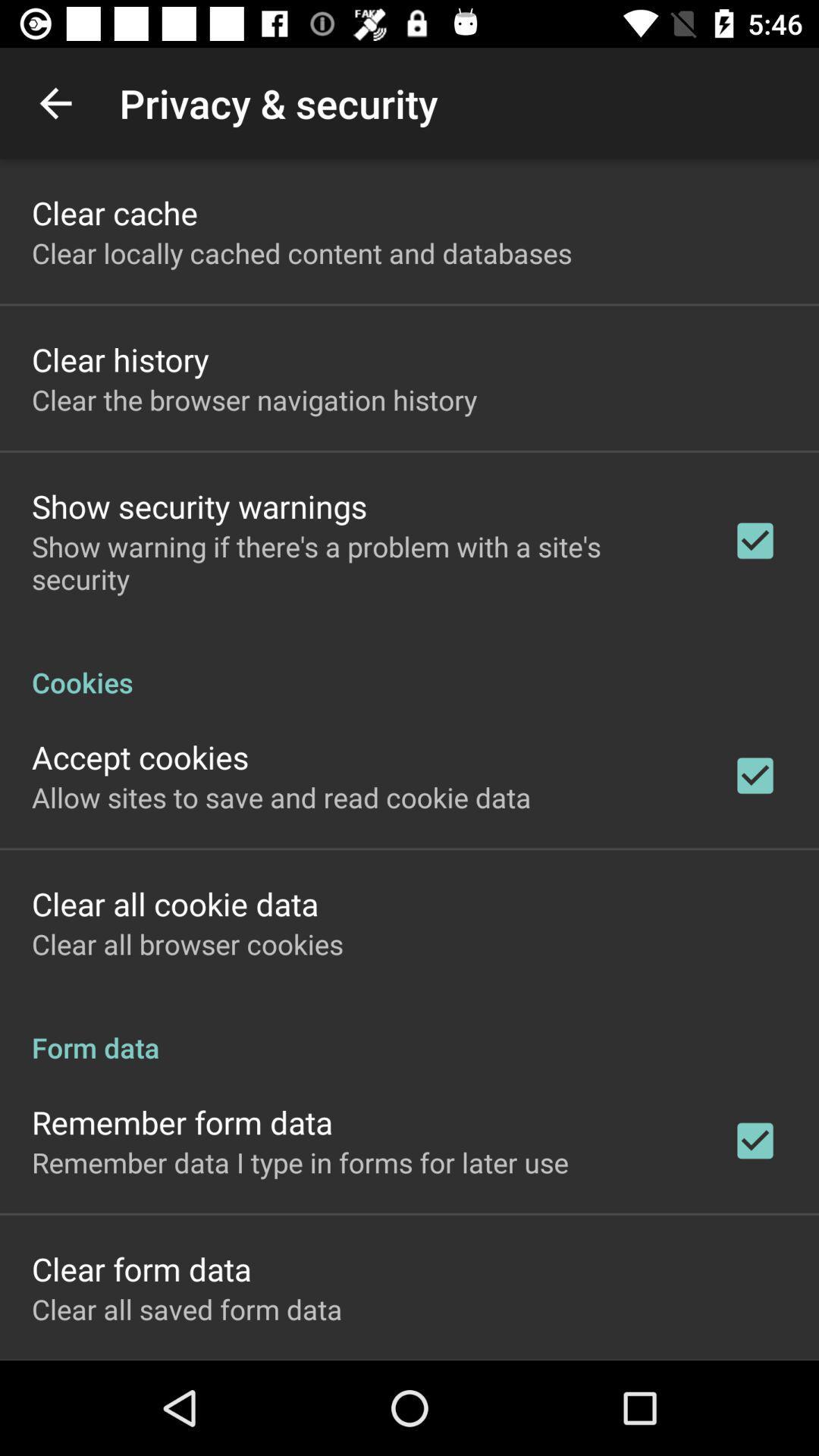 The image size is (819, 1456). What do you see at coordinates (140, 757) in the screenshot?
I see `the item above the allow sites to app` at bounding box center [140, 757].